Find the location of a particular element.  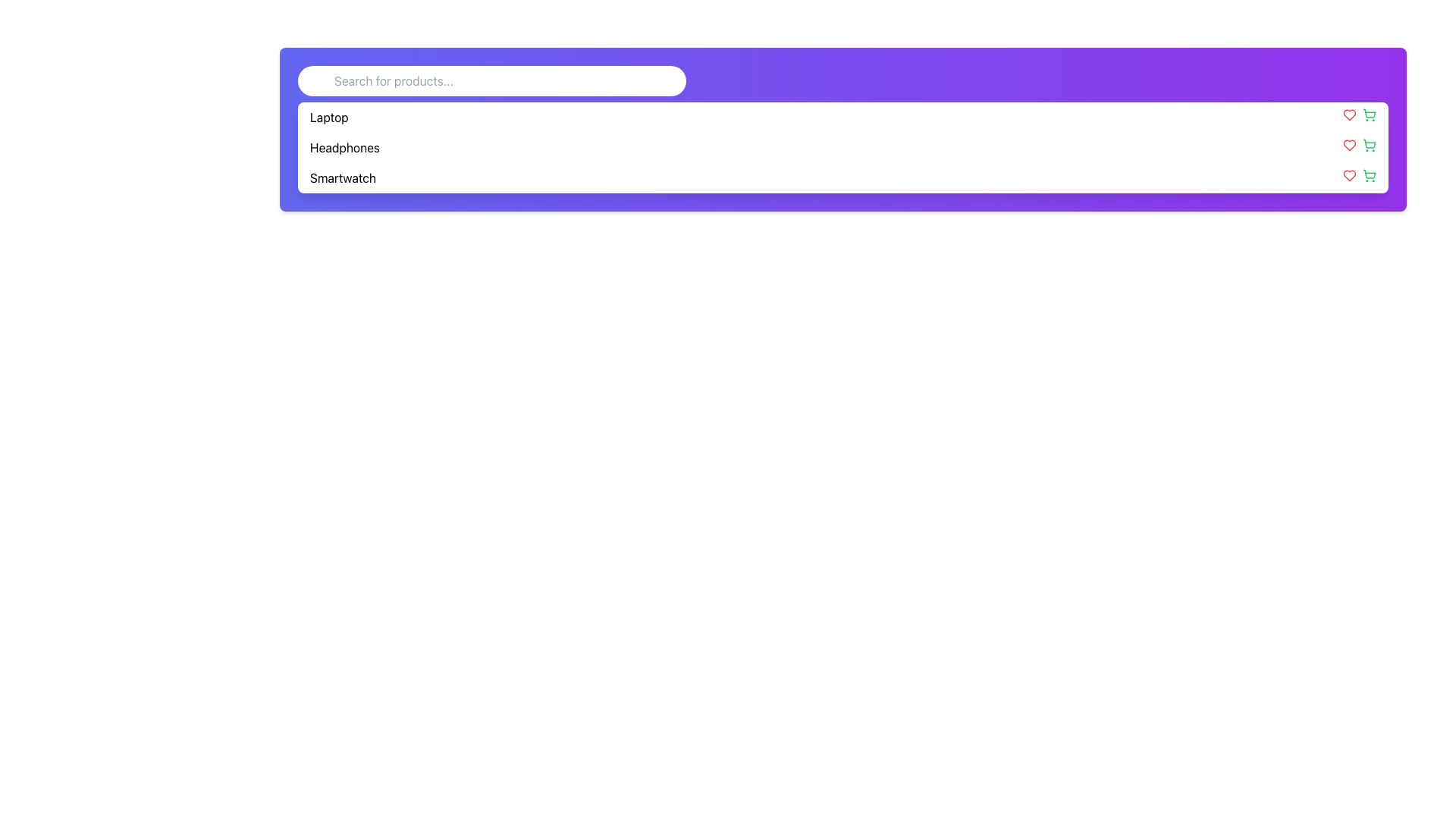

the text label displaying 'Headphones' located in the middle of the interface section containing a vertical menu of items is located at coordinates (344, 148).